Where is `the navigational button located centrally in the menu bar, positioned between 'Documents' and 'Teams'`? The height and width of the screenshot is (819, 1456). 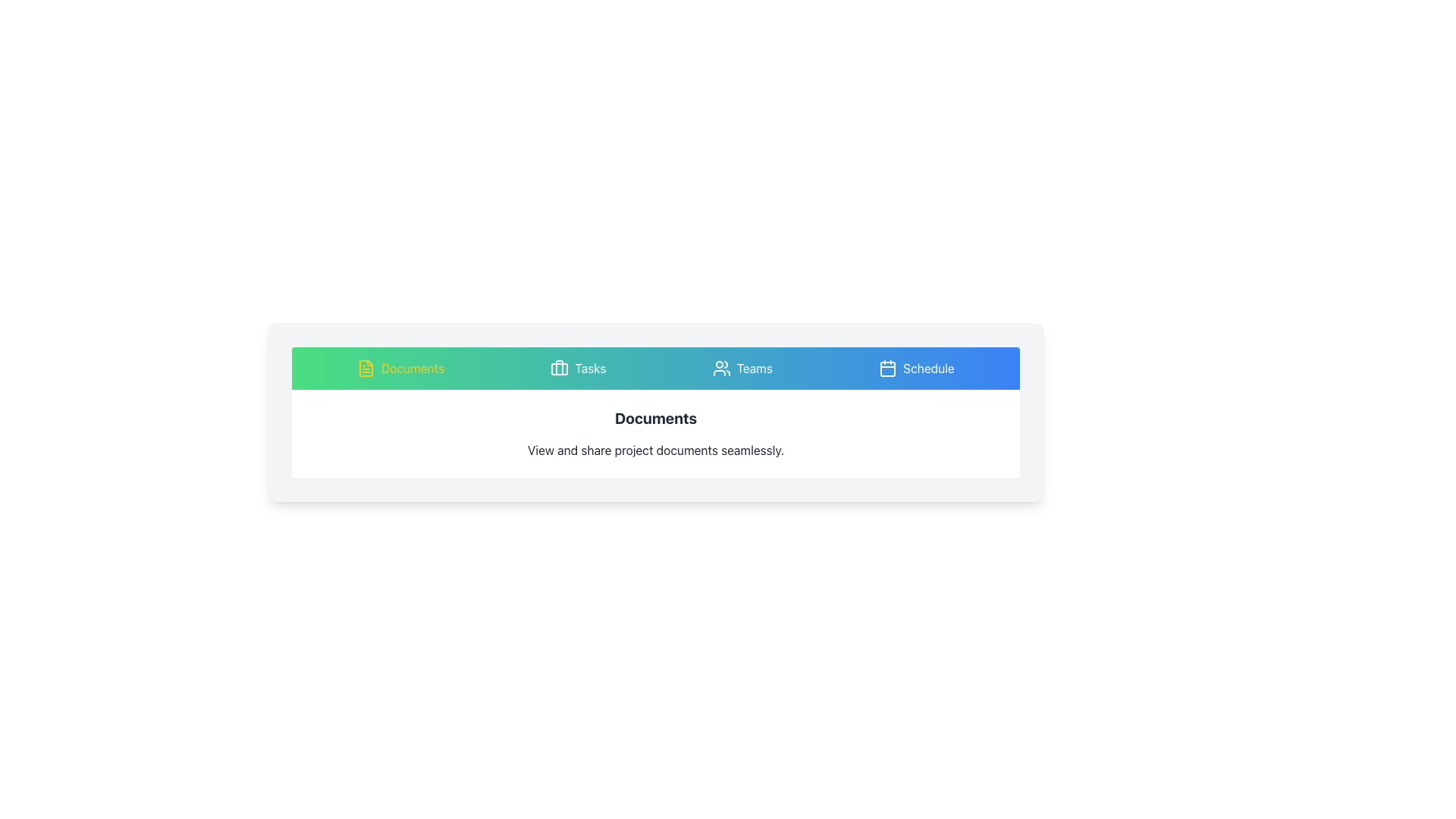
the navigational button located centrally in the menu bar, positioned between 'Documents' and 'Teams' is located at coordinates (577, 369).